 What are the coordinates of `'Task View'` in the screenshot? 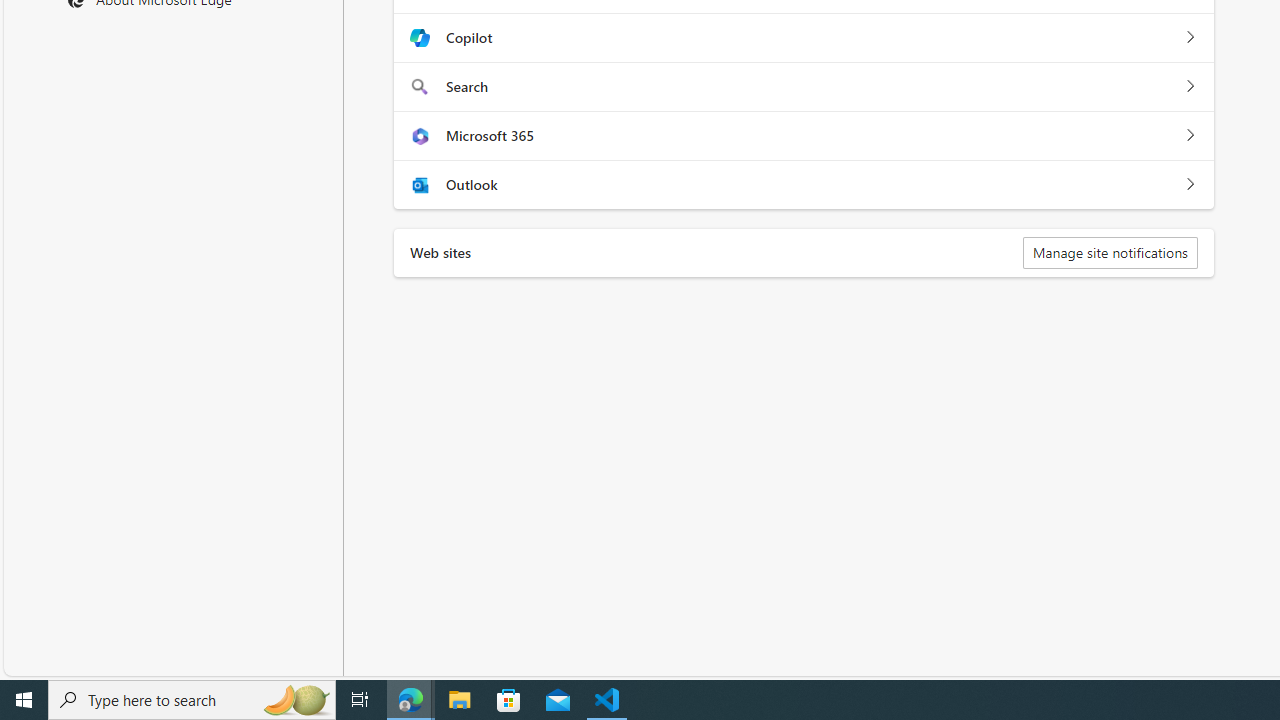 It's located at (359, 698).